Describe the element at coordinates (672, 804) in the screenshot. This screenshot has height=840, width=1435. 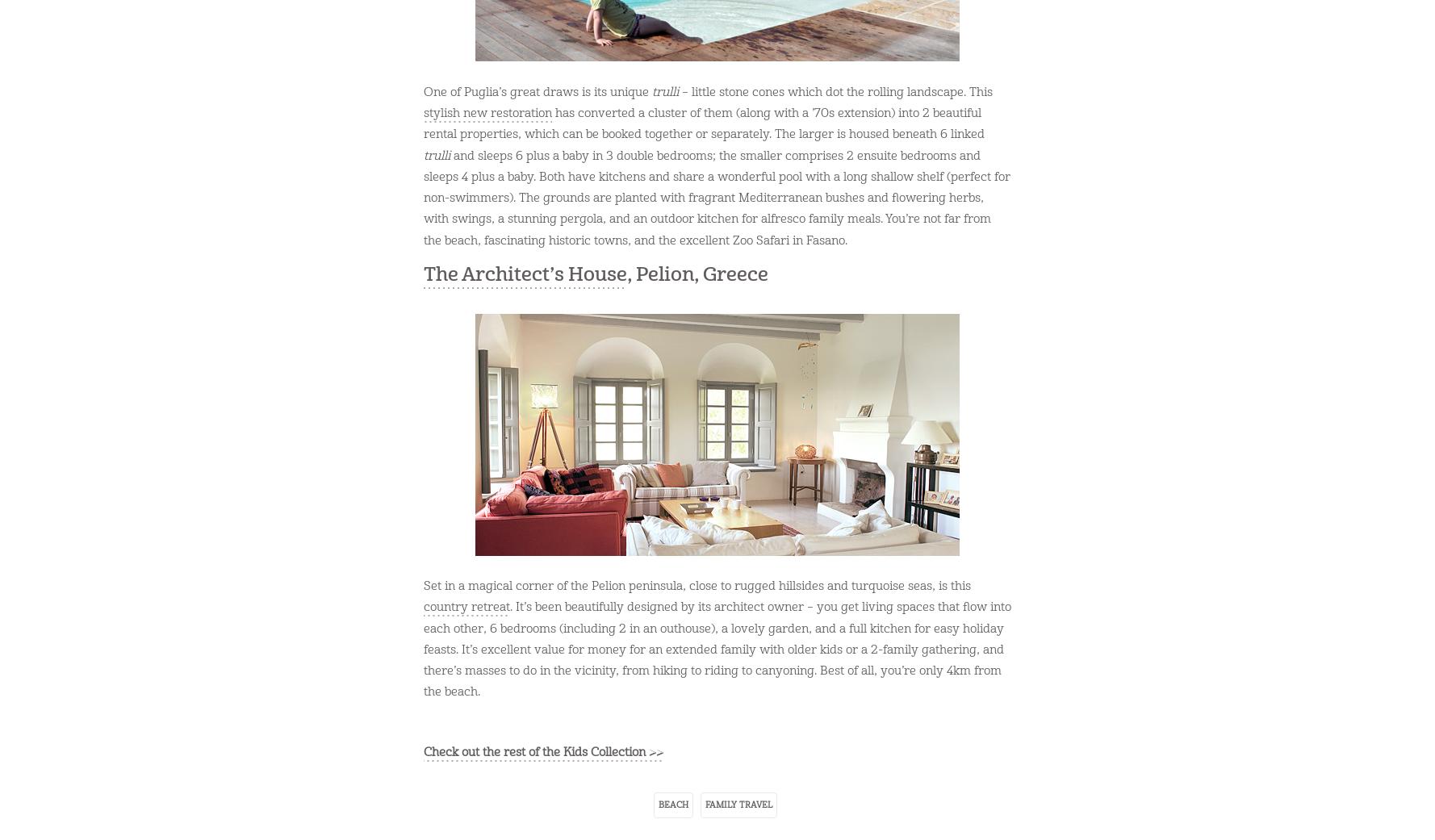
I see `'beach'` at that location.